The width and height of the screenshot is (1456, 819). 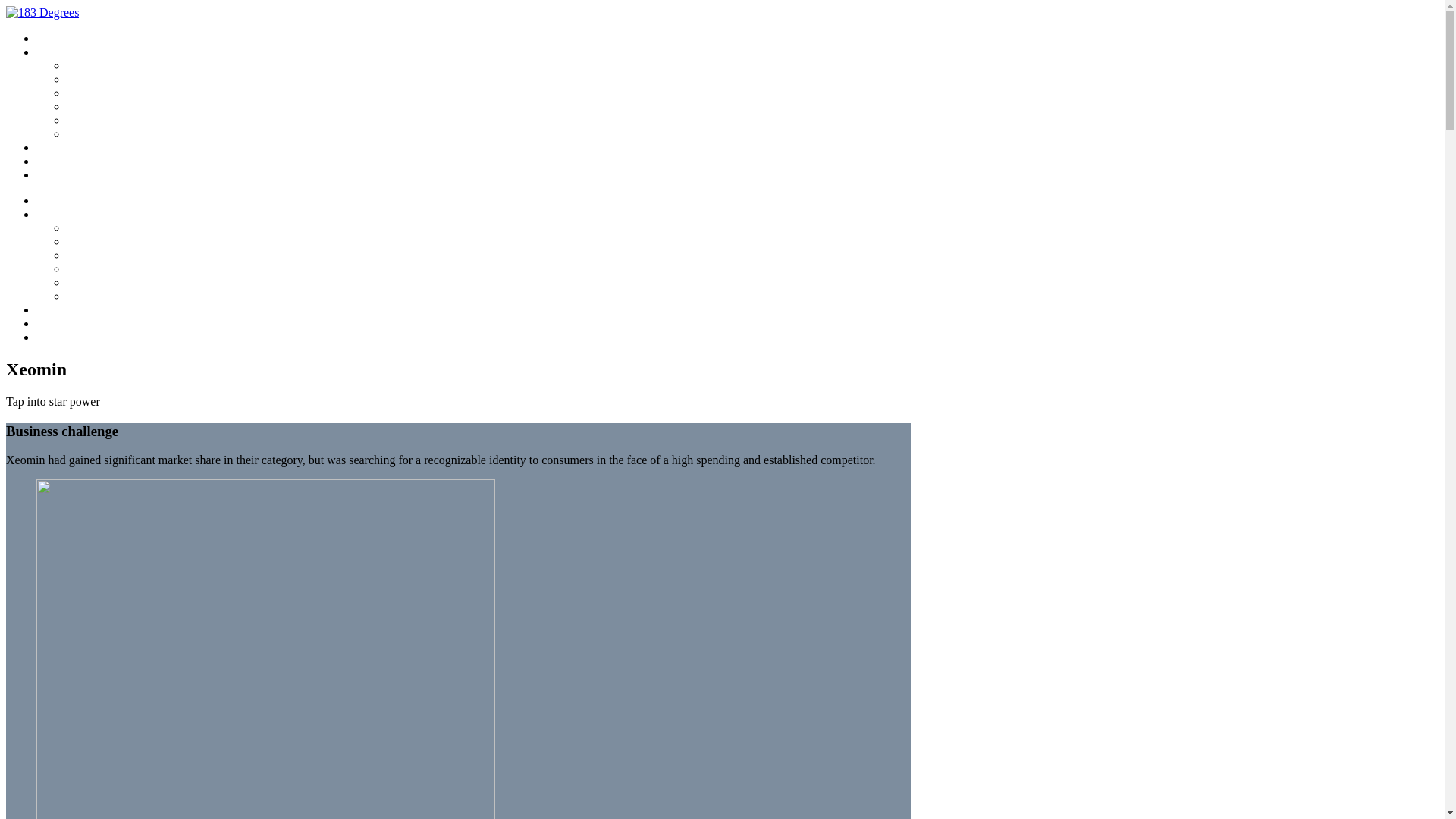 I want to click on 'Xeomin', so click(x=83, y=296).